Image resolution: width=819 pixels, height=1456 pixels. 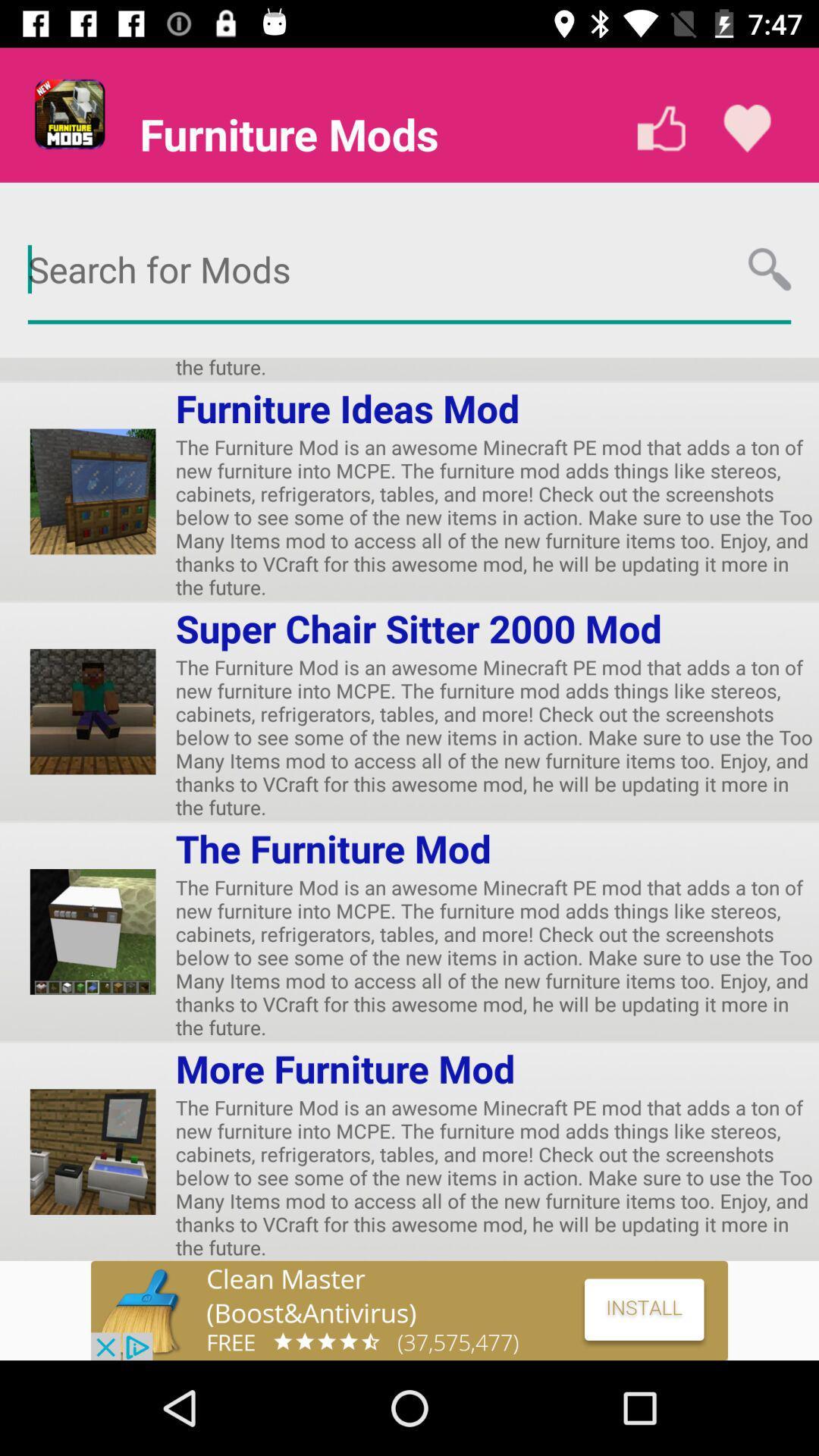 What do you see at coordinates (409, 270) in the screenshot?
I see `open search box` at bounding box center [409, 270].